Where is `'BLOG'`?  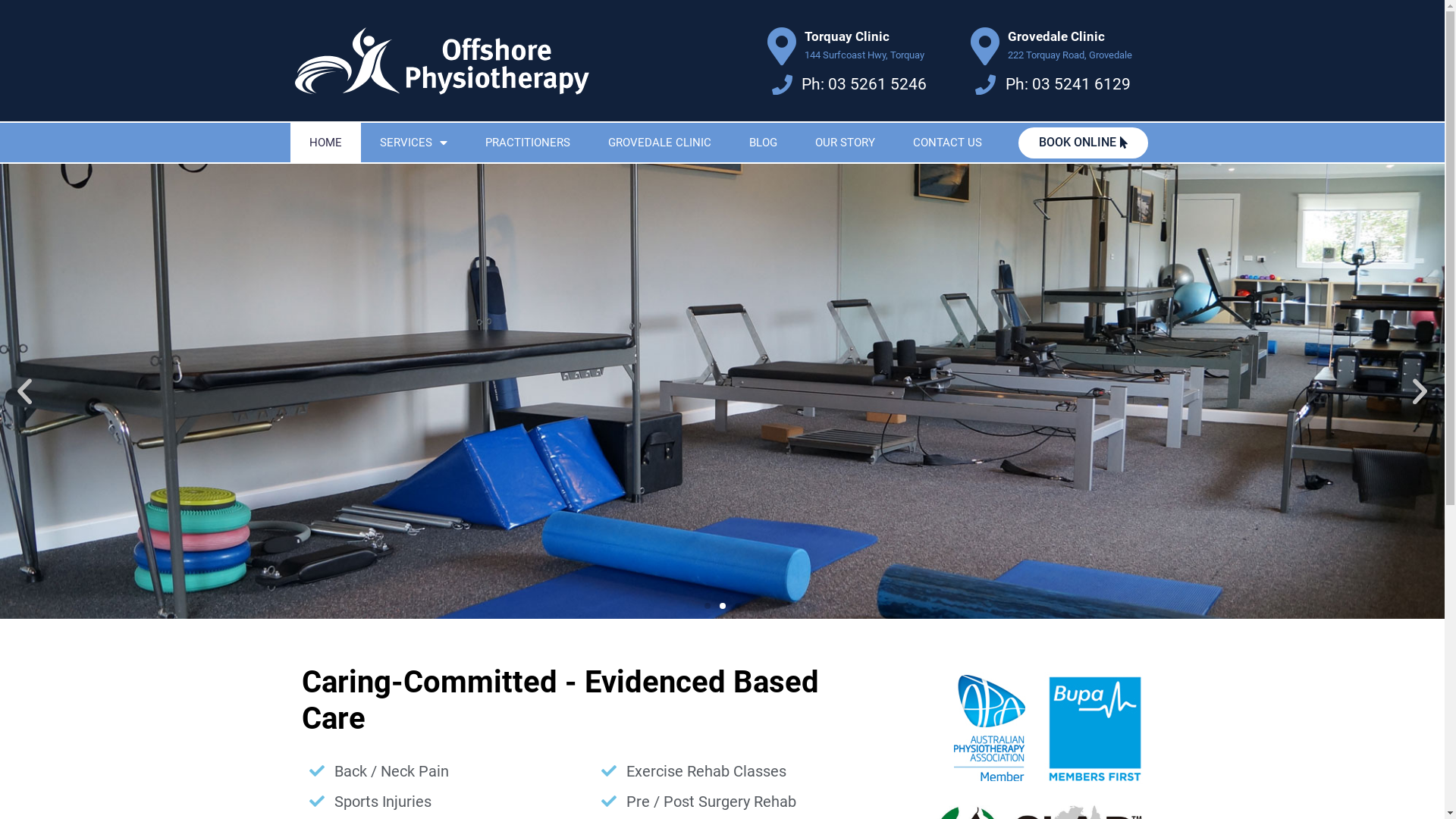
'BLOG' is located at coordinates (762, 143).